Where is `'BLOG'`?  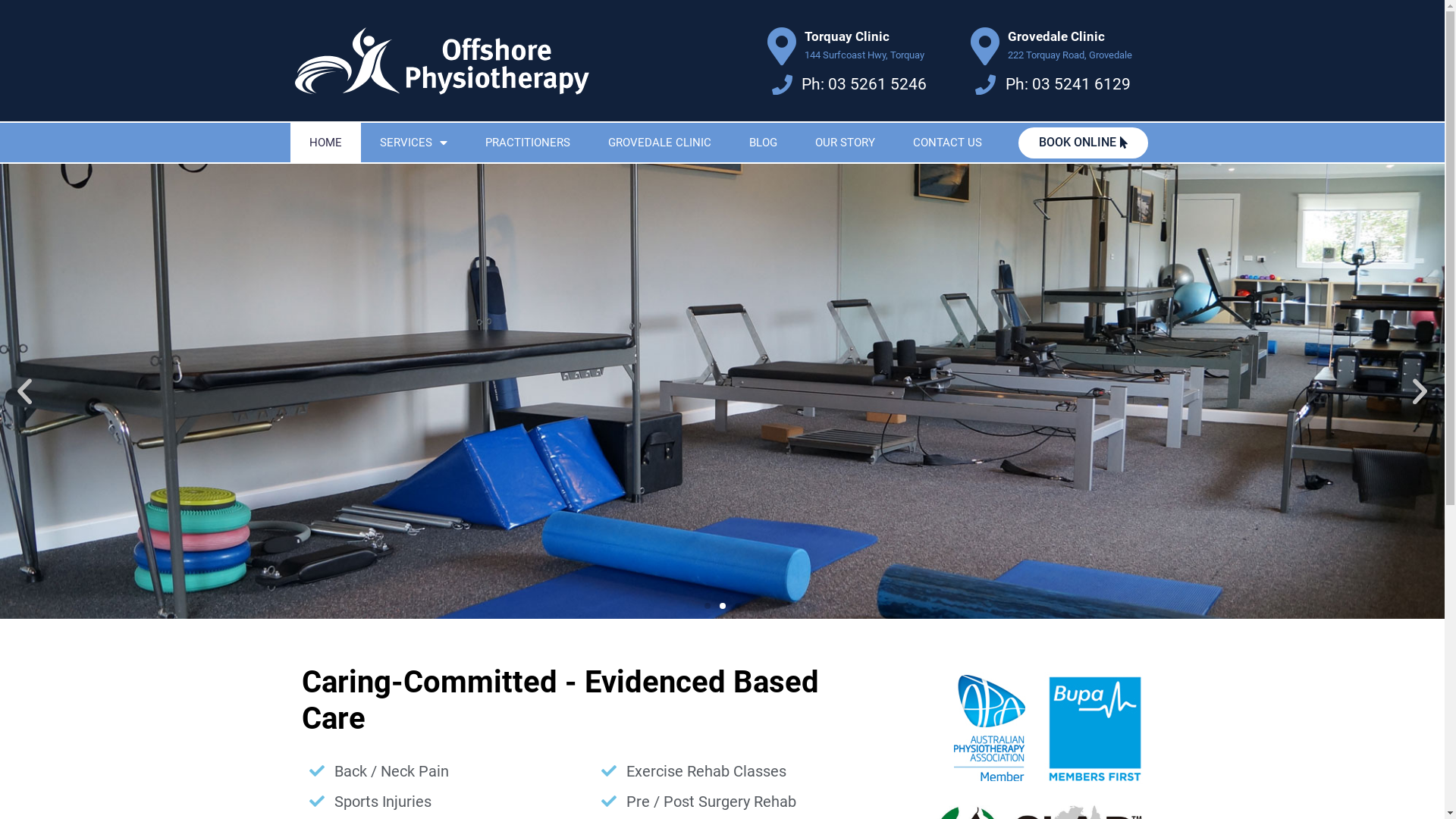
'BLOG' is located at coordinates (762, 143).